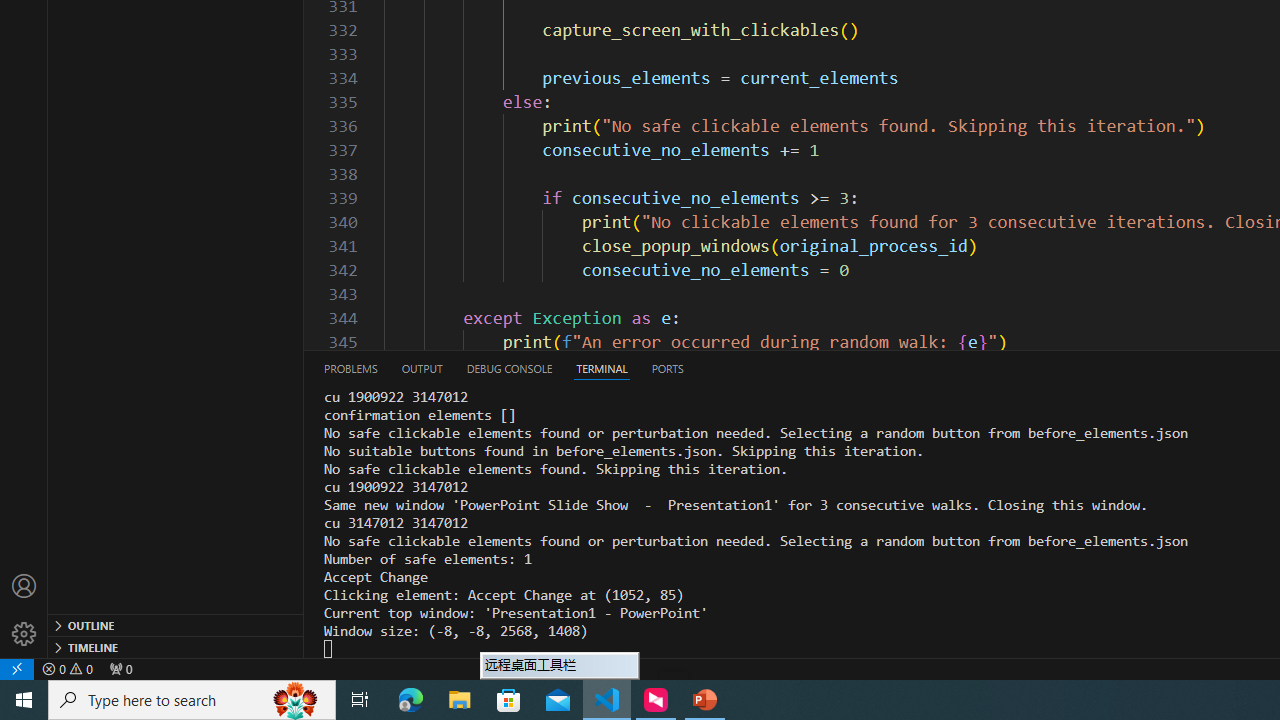 Image resolution: width=1280 pixels, height=720 pixels. I want to click on 'Debug Console (Ctrl+Shift+Y)', so click(509, 368).